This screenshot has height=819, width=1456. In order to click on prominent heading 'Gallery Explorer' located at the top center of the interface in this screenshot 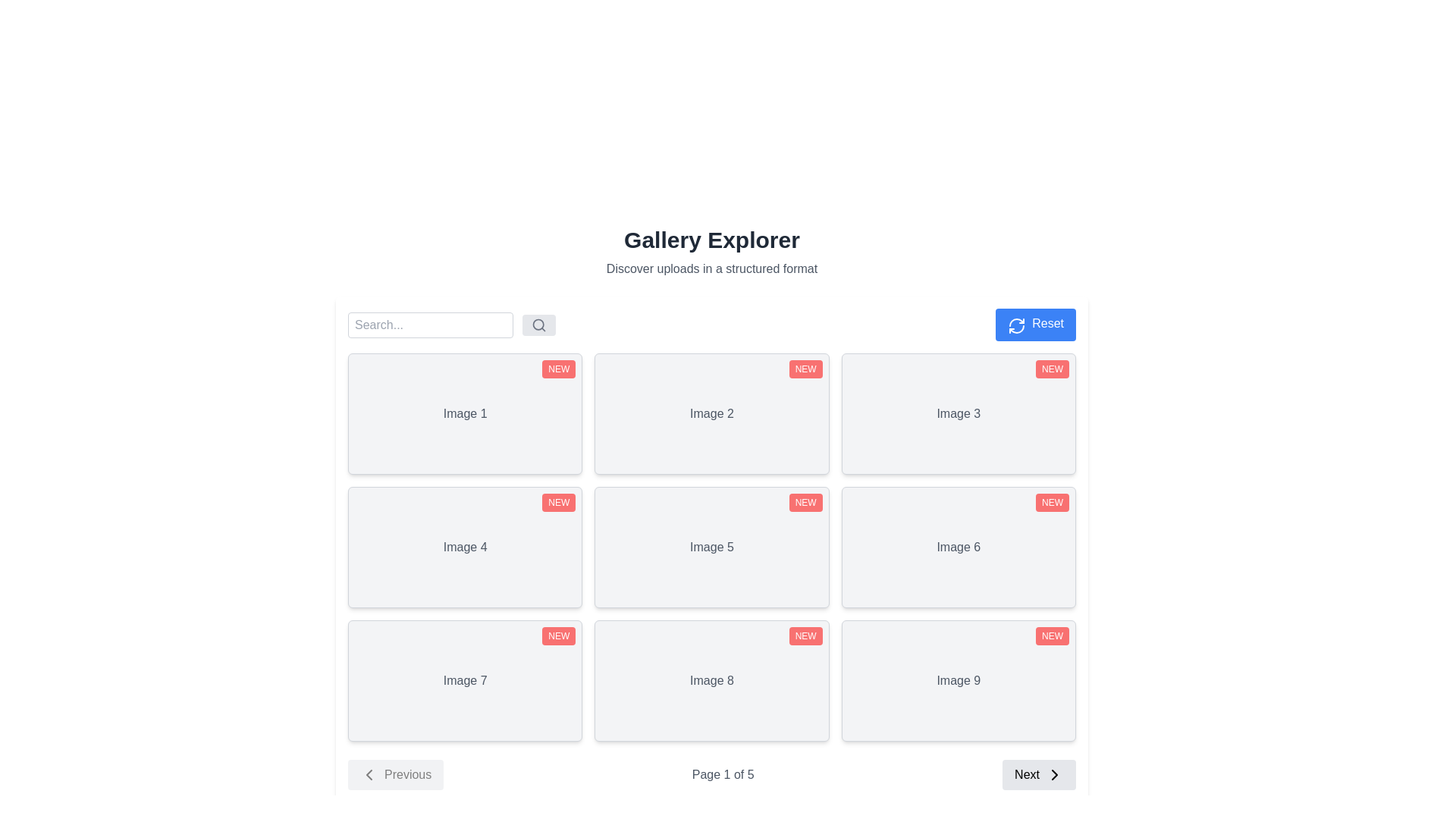, I will do `click(711, 251)`.